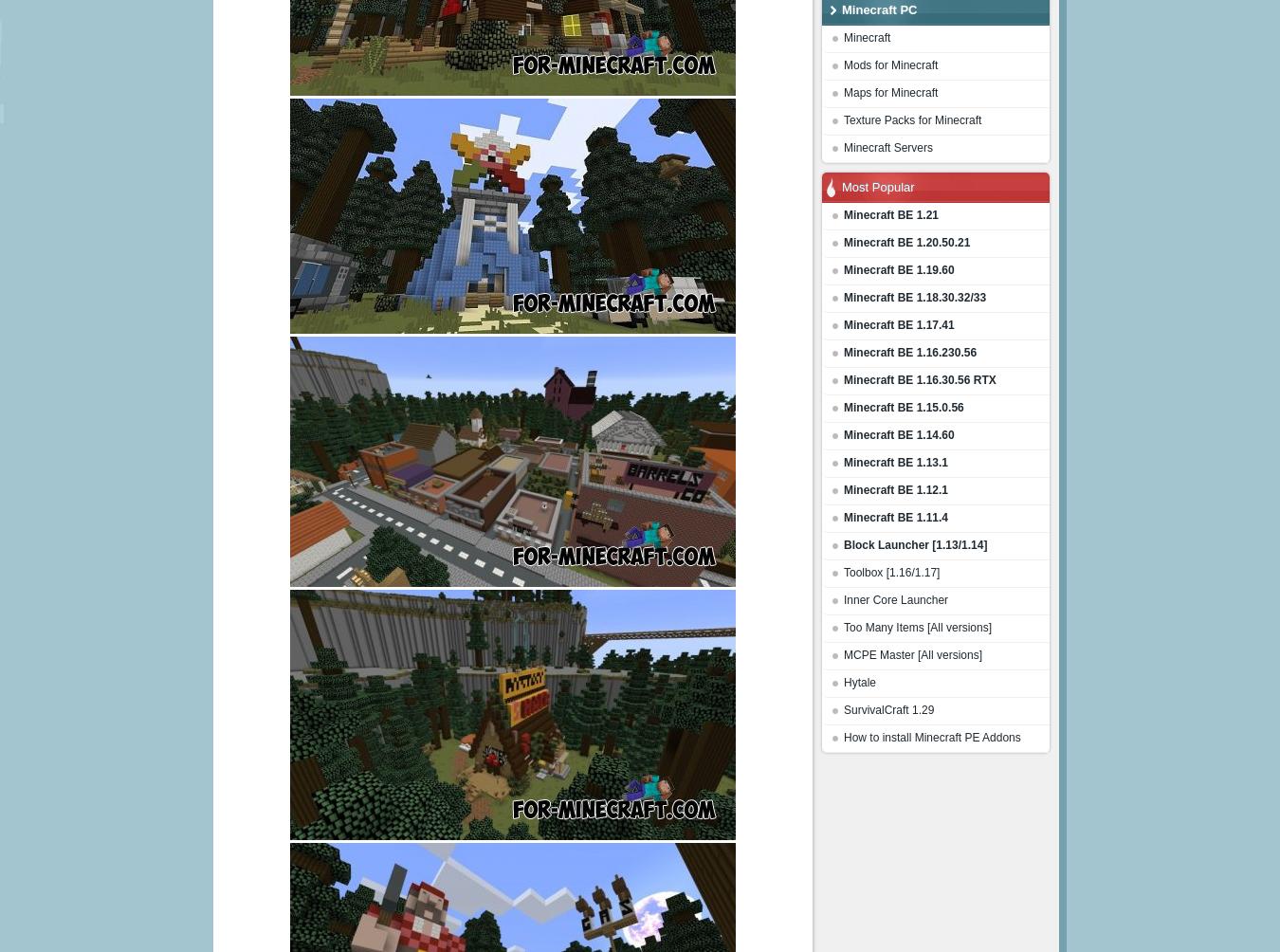 This screenshot has width=1280, height=952. Describe the element at coordinates (844, 517) in the screenshot. I see `'Minecraft BE 1.11.4'` at that location.